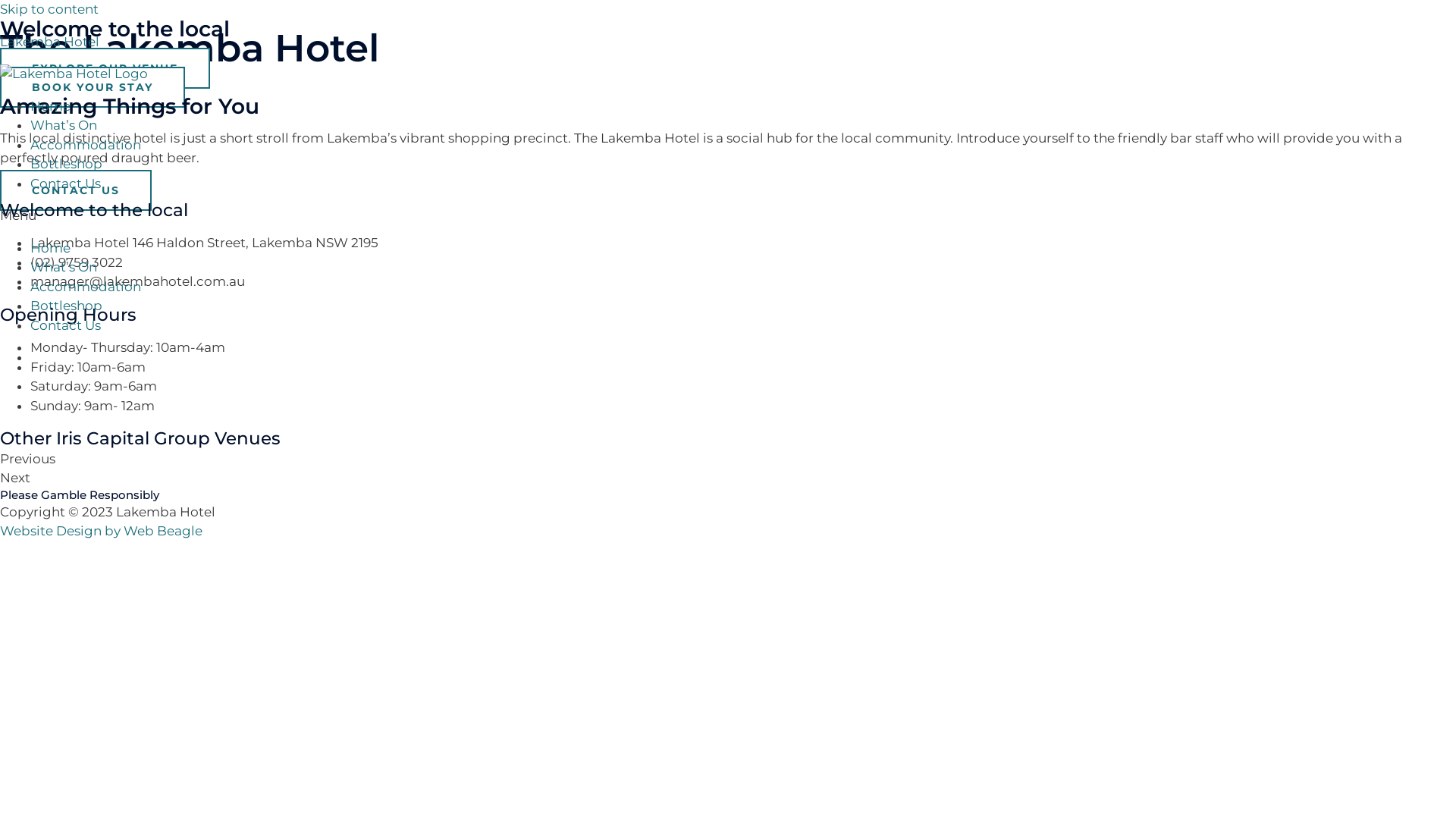 This screenshot has width=1456, height=819. Describe the element at coordinates (50, 105) in the screenshot. I see `'Home'` at that location.